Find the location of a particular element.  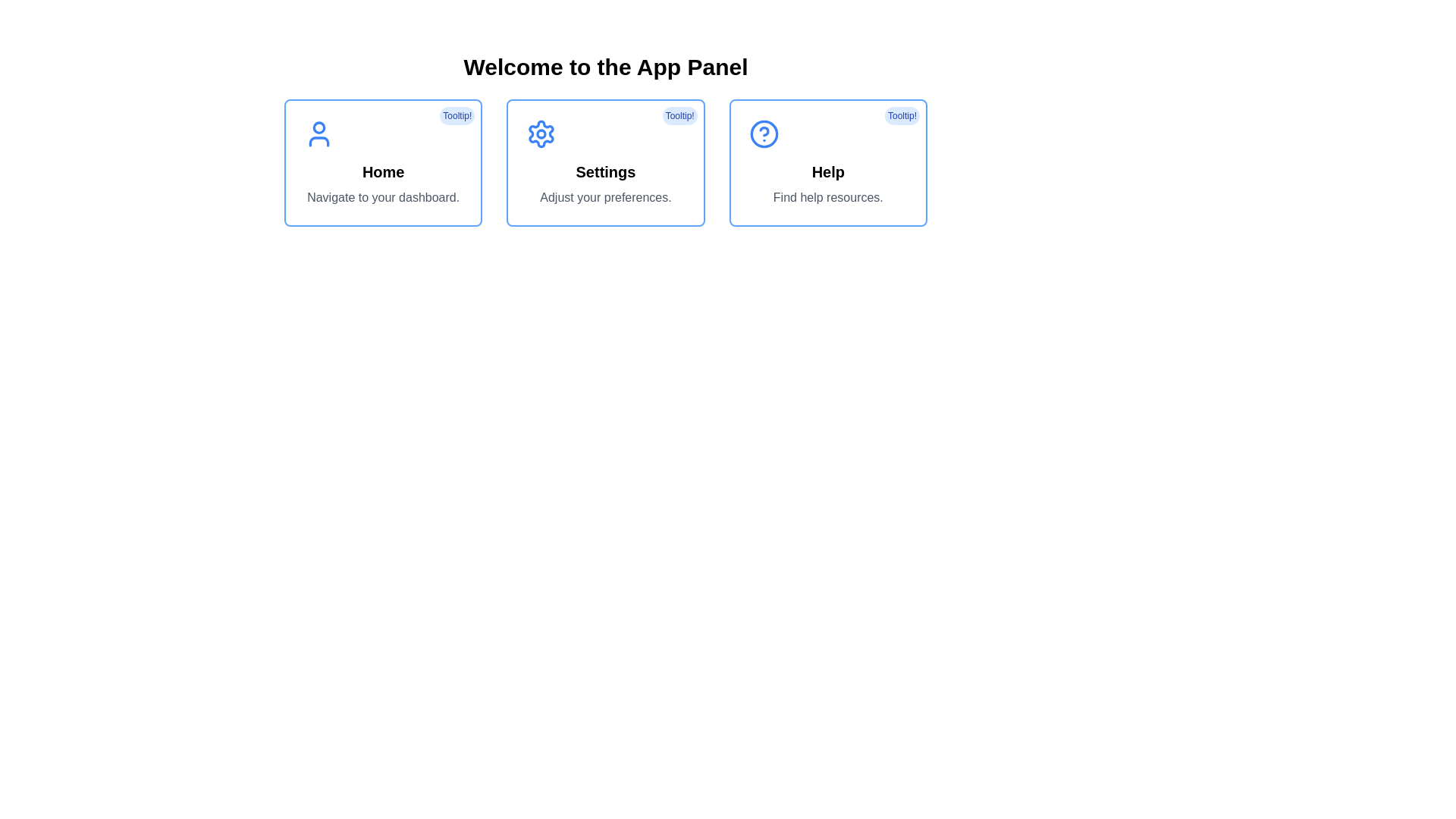

the settings card located in the middle column of the three-column grid below the 'Welcome to the App Panel' heading is located at coordinates (604, 163).